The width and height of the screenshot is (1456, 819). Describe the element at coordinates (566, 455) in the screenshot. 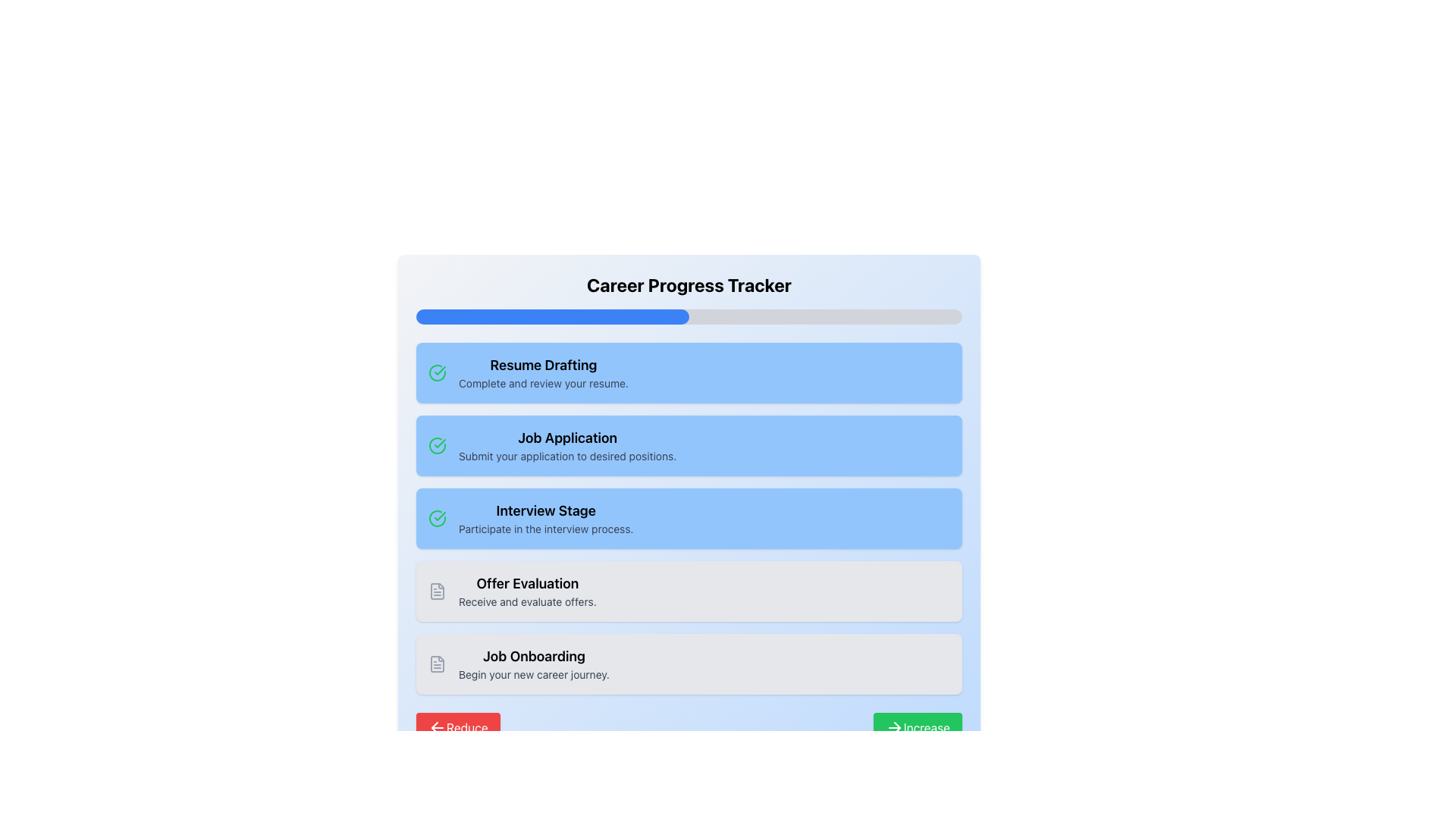

I see `the static text element that contains the message 'Submit your application to desired positions.' which is styled in gray and positioned below the 'Job Application' heading` at that location.